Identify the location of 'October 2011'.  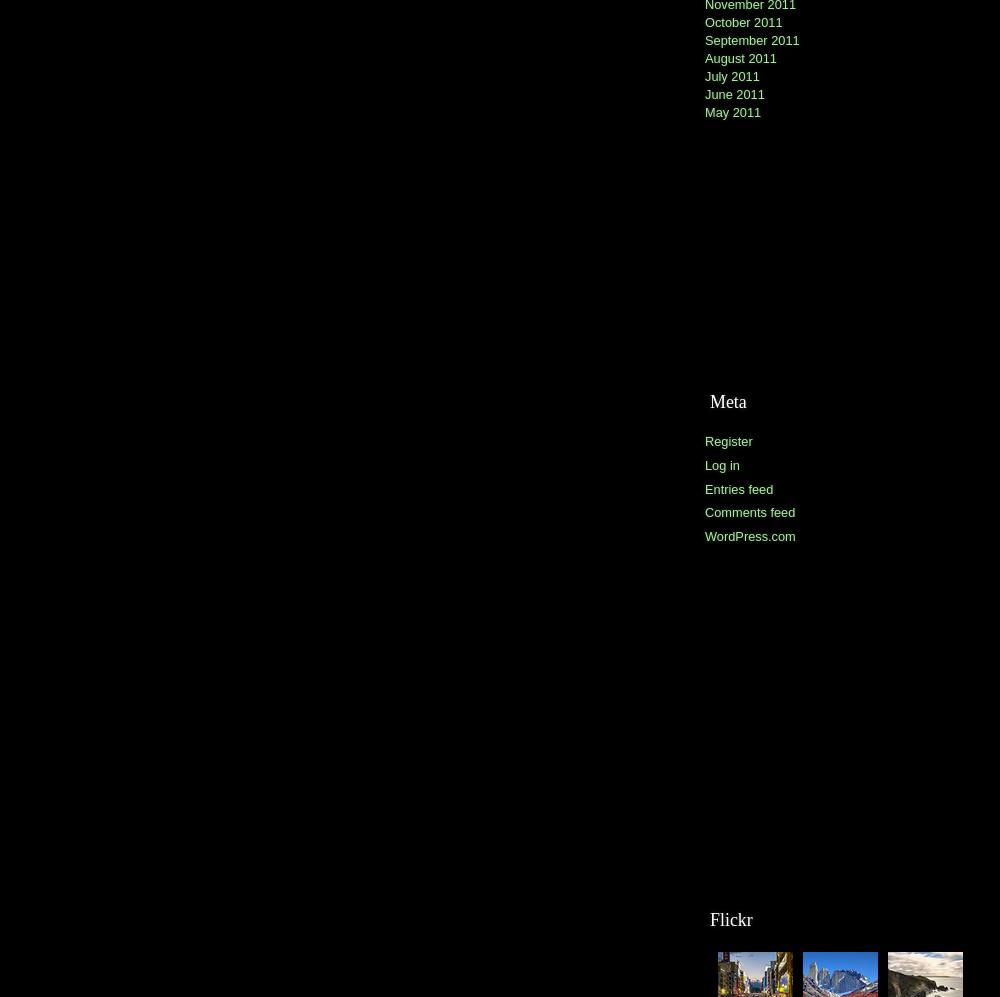
(704, 22).